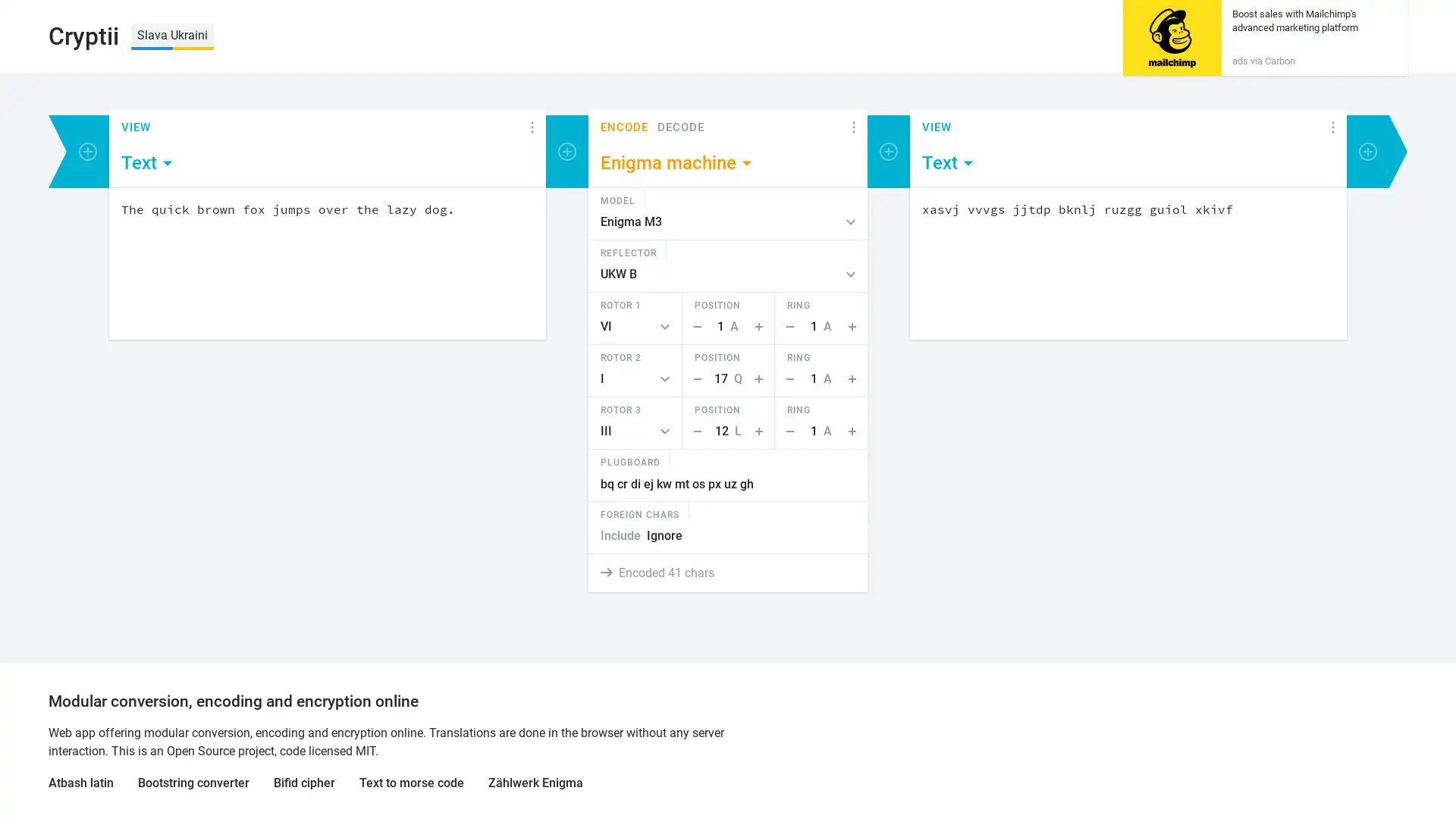 This screenshot has width=1456, height=819. I want to click on Step Down, so click(786, 431).